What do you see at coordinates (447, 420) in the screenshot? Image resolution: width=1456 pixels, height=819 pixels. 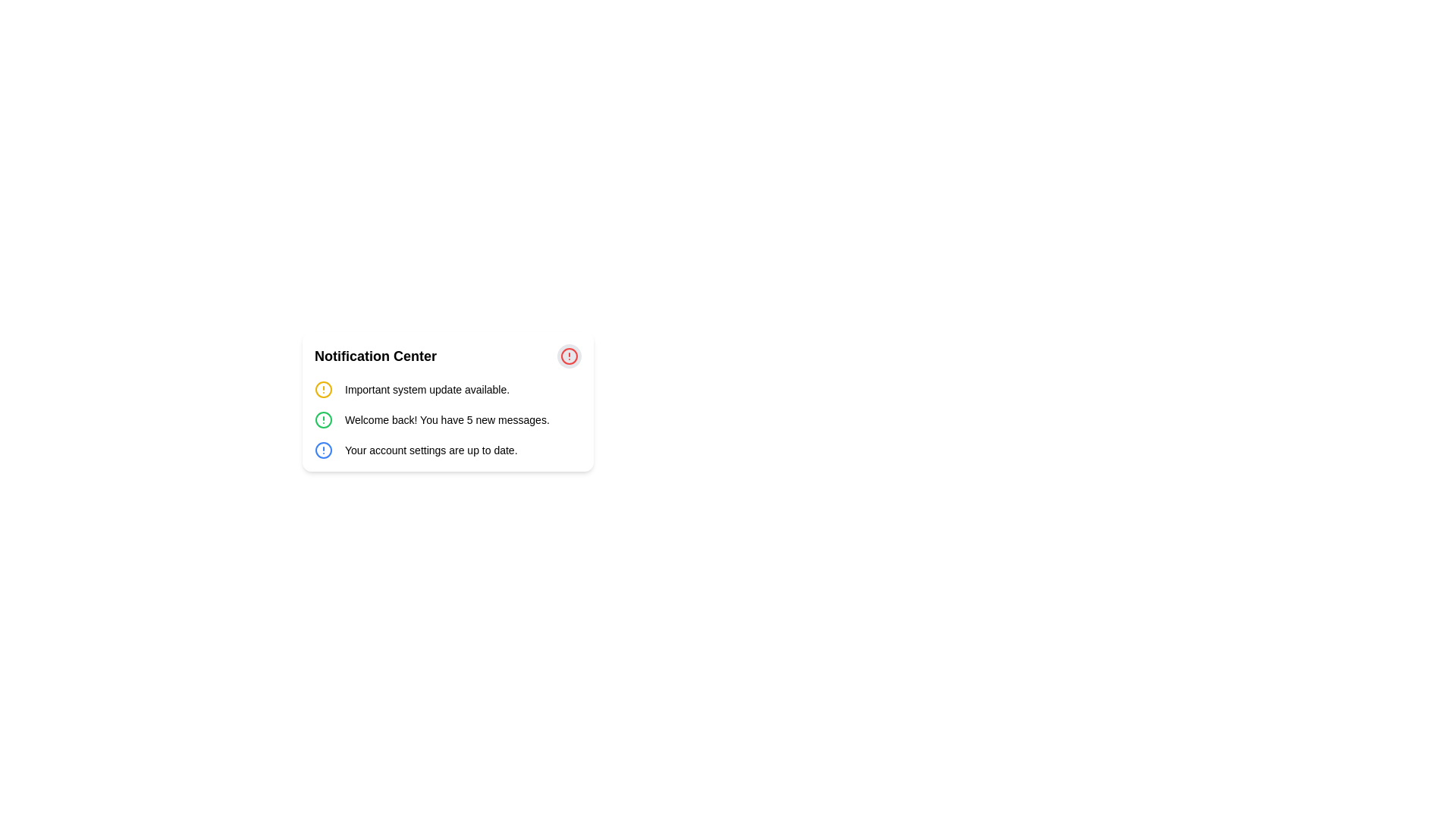 I see `the second row text notification about new messages` at bounding box center [447, 420].